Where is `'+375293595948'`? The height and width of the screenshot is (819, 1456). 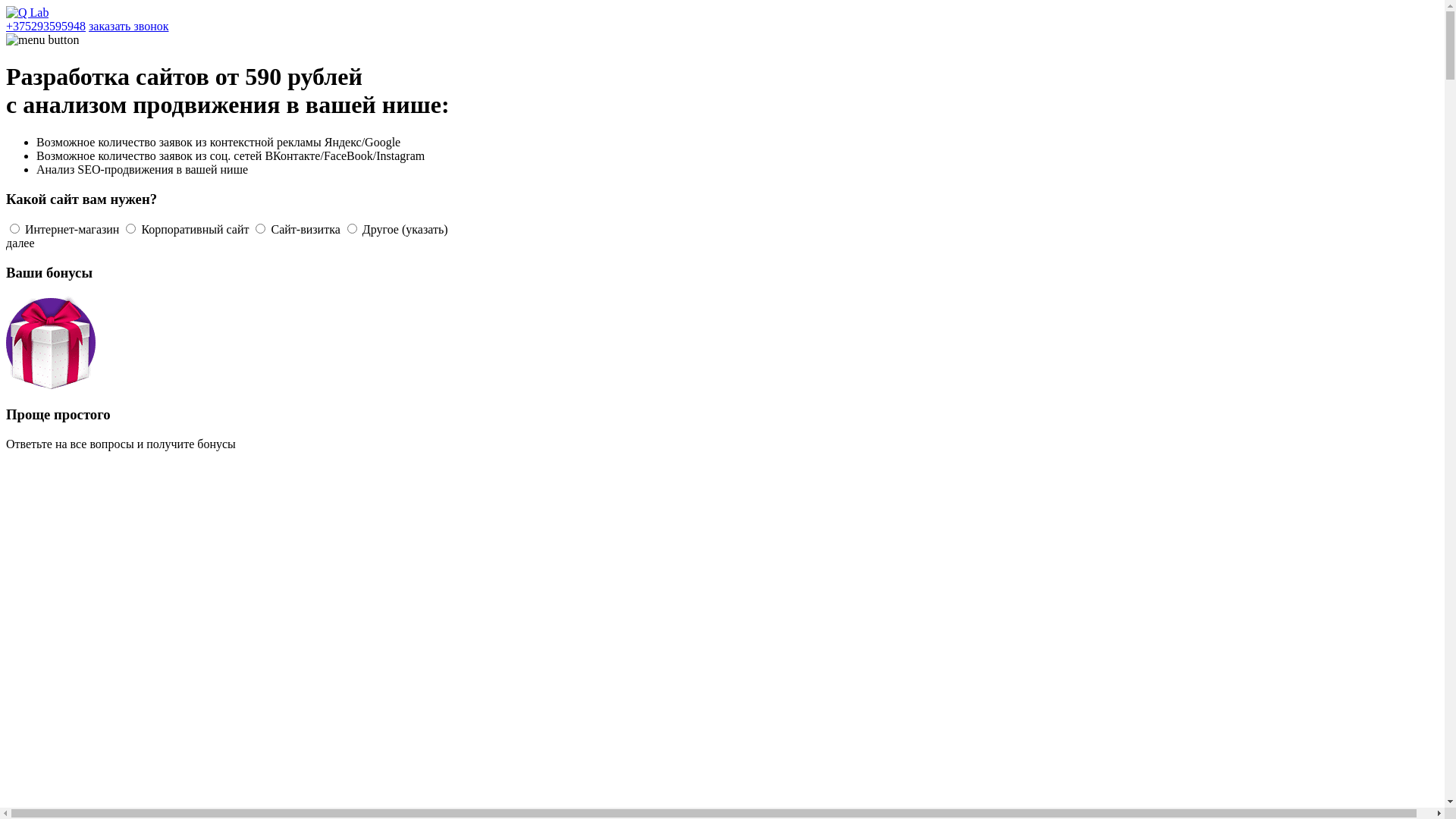 '+375293595948' is located at coordinates (45, 26).